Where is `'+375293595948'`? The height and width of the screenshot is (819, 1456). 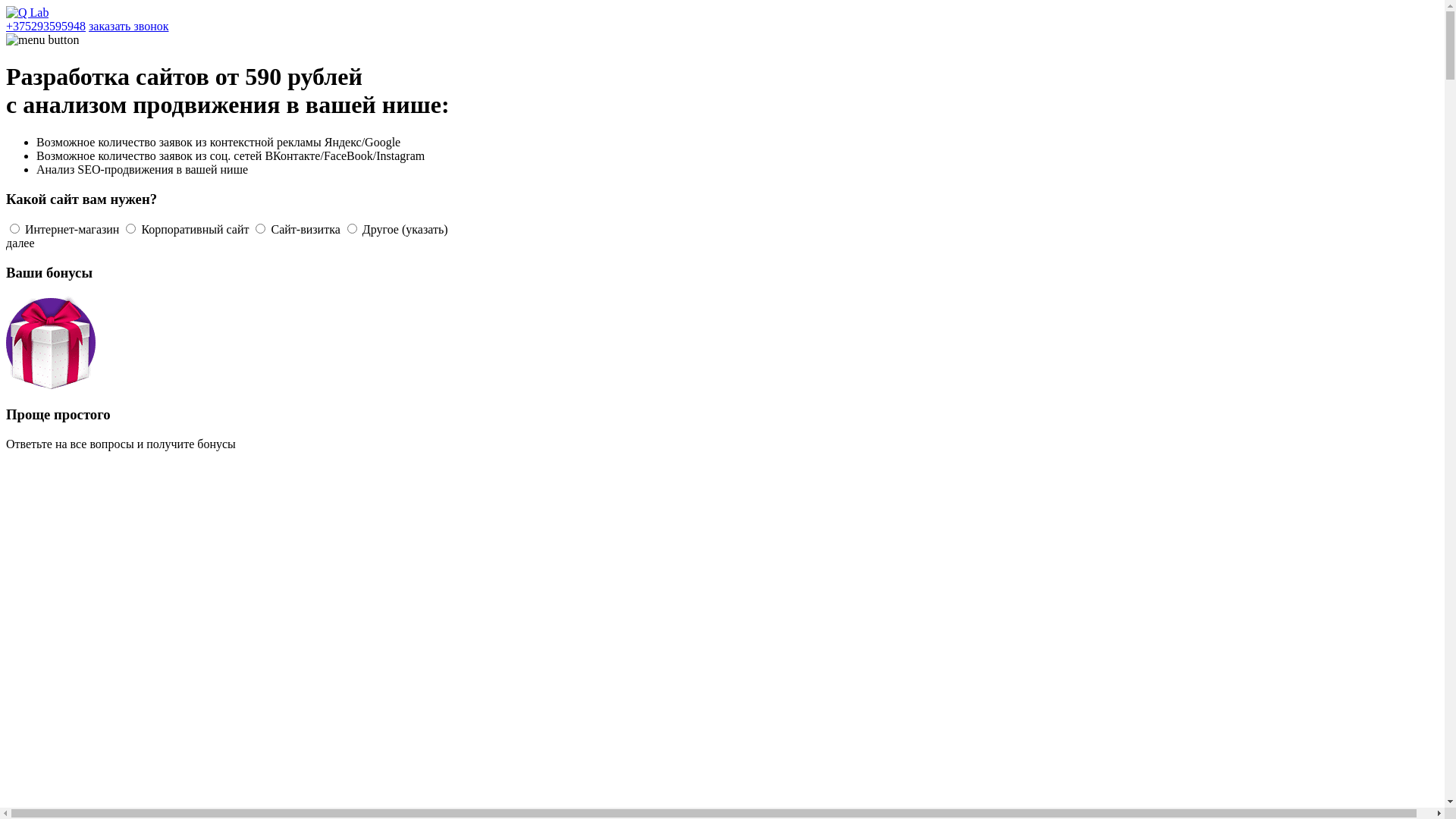 '+375293595948' is located at coordinates (45, 26).